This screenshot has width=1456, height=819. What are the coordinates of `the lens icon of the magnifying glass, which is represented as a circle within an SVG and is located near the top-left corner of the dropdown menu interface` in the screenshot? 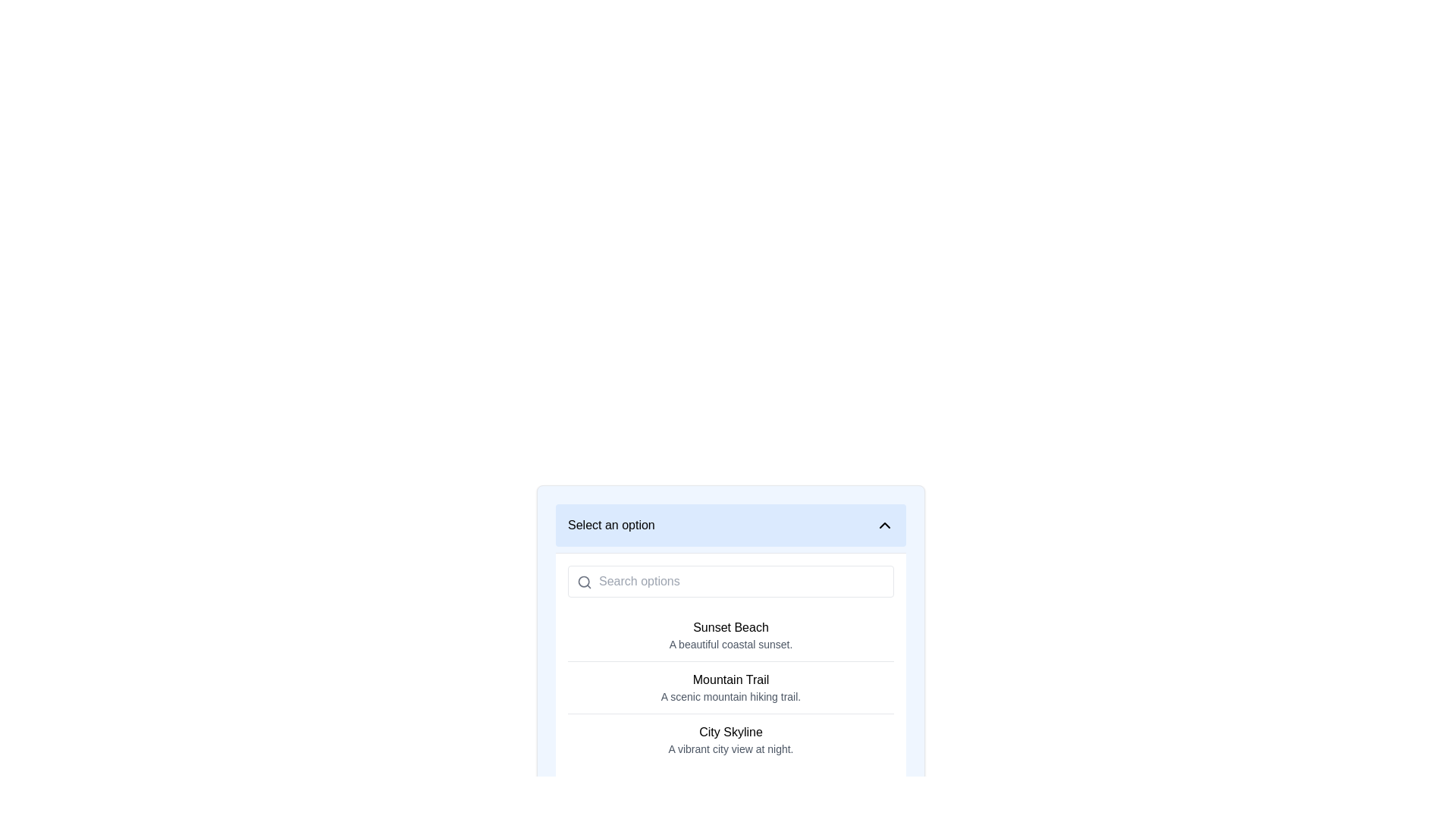 It's located at (583, 581).